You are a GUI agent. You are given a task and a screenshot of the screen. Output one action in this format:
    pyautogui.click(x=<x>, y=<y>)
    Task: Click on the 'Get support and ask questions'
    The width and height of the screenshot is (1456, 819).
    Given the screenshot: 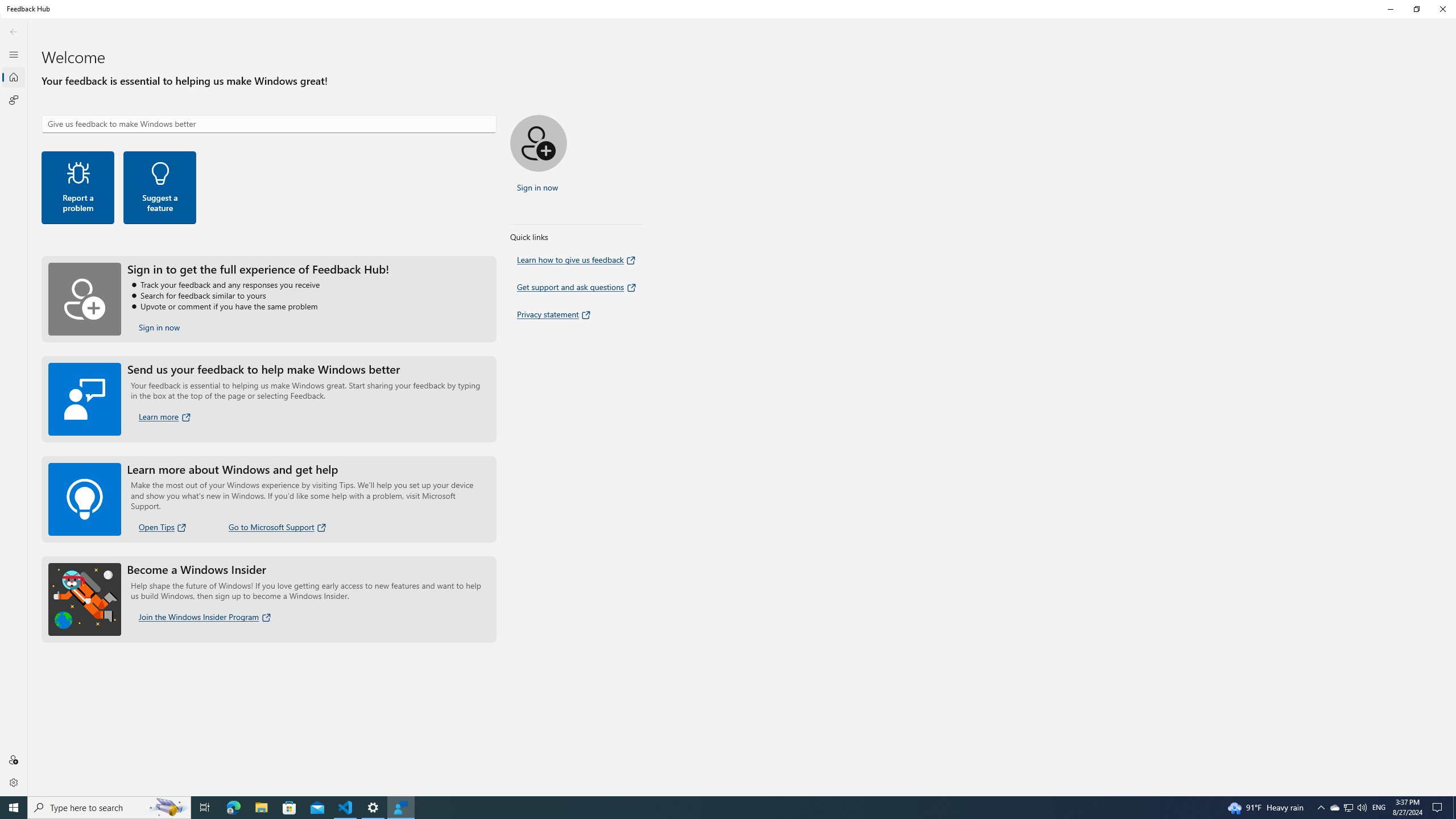 What is the action you would take?
    pyautogui.click(x=577, y=287)
    